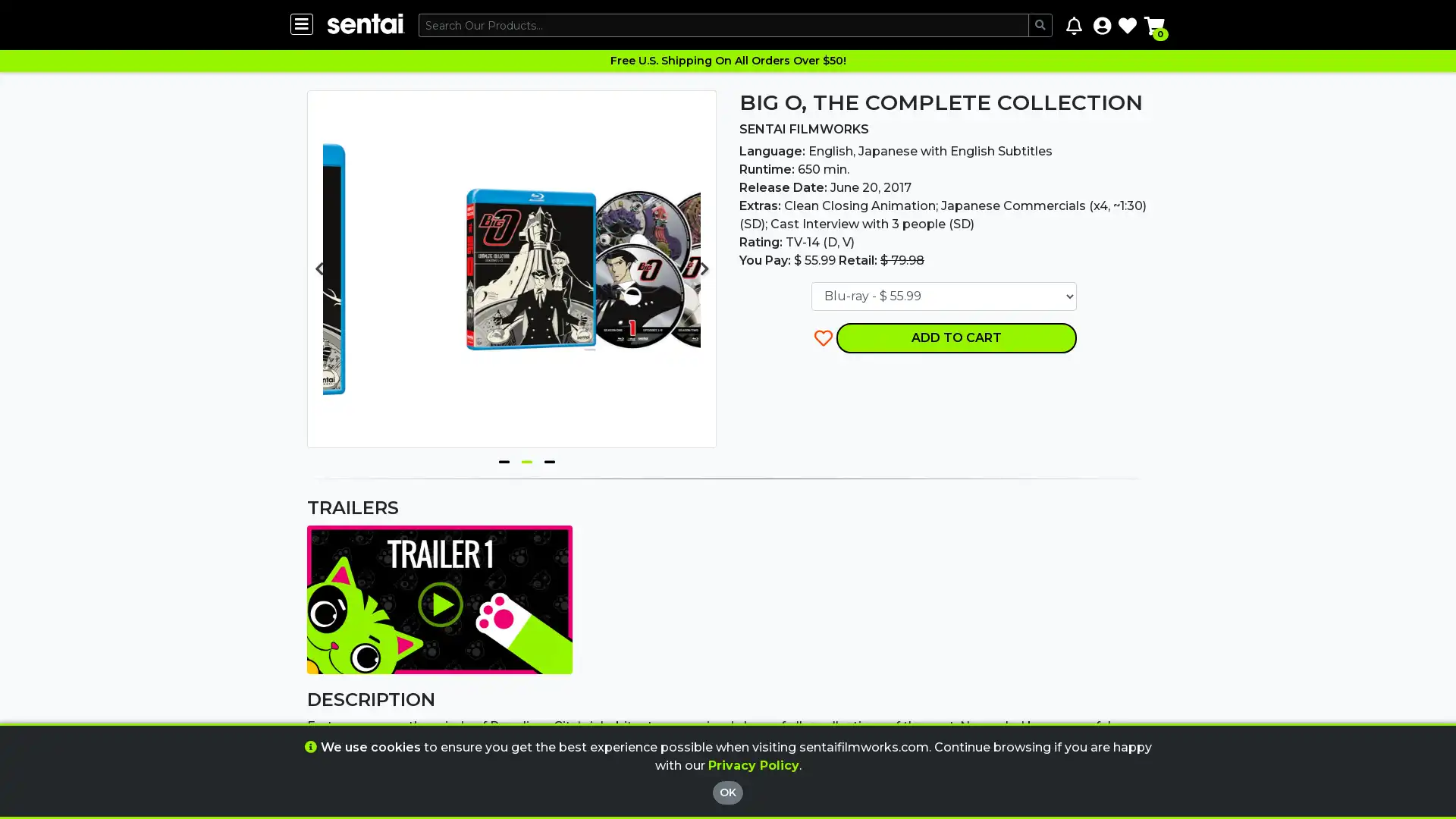 This screenshot has height=819, width=1456. Describe the element at coordinates (955, 336) in the screenshot. I see `ADD TO CART` at that location.